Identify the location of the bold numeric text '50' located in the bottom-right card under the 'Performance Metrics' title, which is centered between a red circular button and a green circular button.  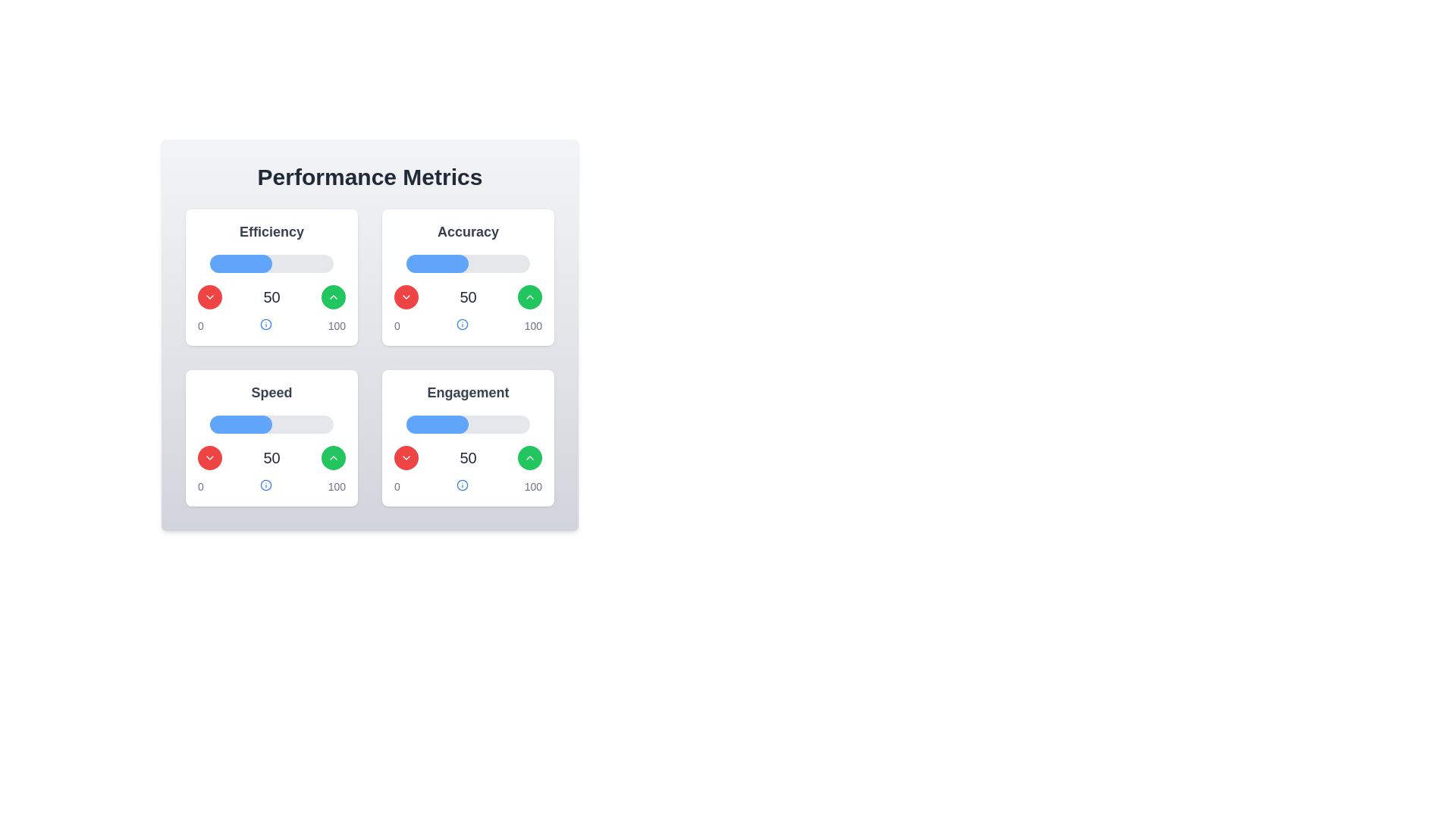
(467, 457).